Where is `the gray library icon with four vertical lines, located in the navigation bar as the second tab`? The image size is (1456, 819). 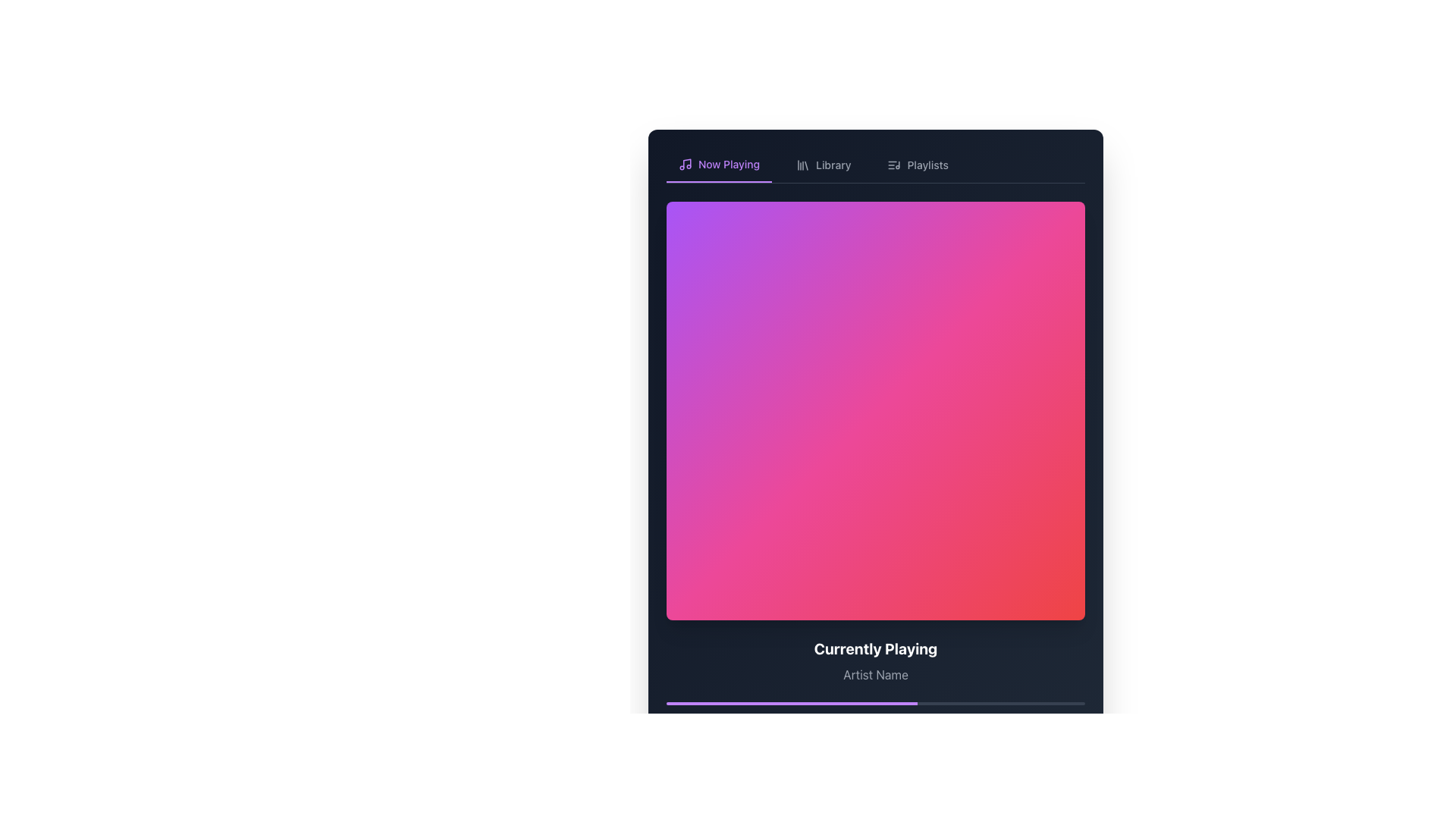
the gray library icon with four vertical lines, located in the navigation bar as the second tab is located at coordinates (802, 165).